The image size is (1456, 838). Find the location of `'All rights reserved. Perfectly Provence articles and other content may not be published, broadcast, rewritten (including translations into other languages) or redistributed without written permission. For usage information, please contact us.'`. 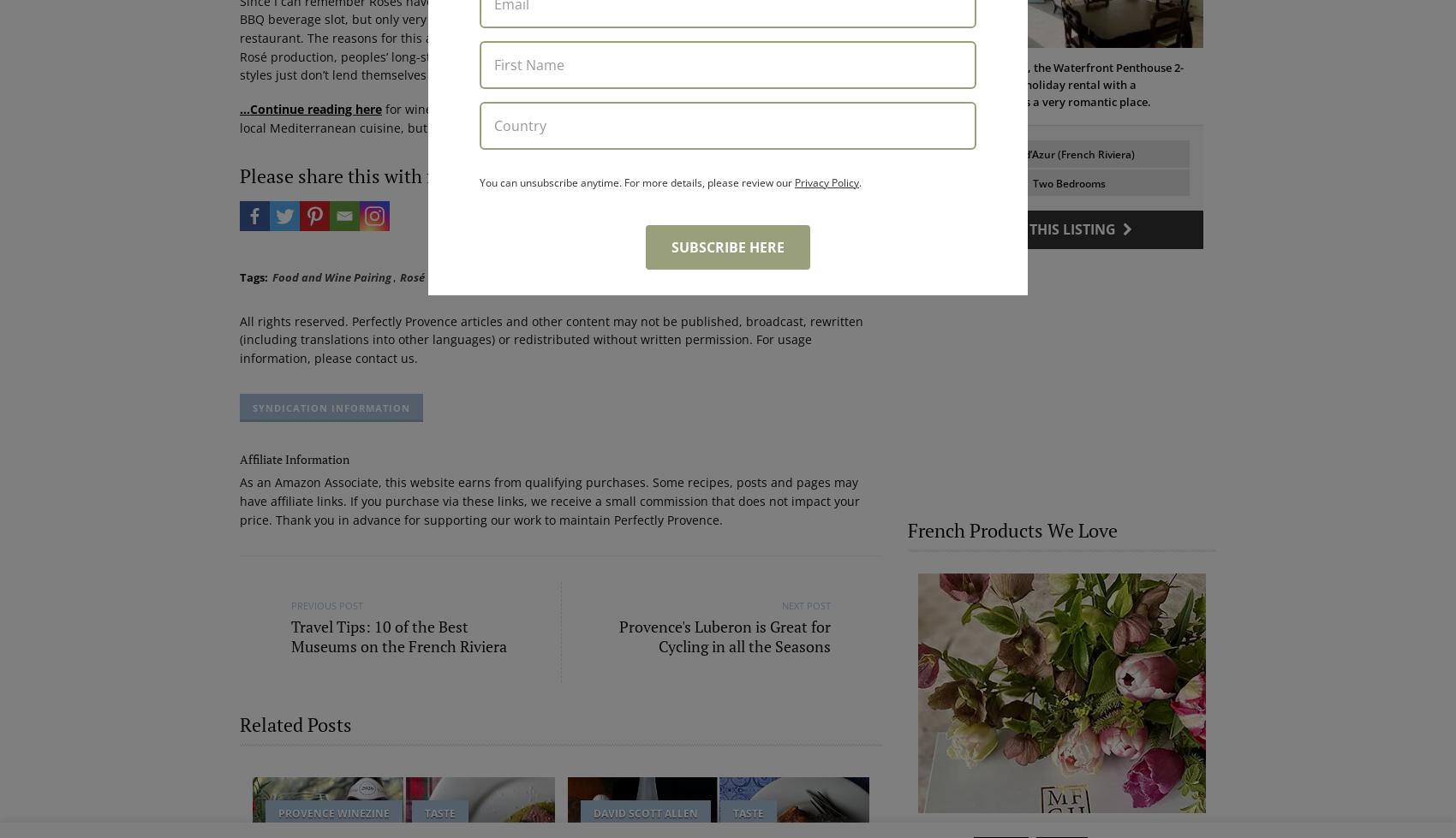

'All rights reserved. Perfectly Provence articles and other content may not be published, broadcast, rewritten (including translations into other languages) or redistributed without written permission. For usage information, please contact us.' is located at coordinates (551, 339).